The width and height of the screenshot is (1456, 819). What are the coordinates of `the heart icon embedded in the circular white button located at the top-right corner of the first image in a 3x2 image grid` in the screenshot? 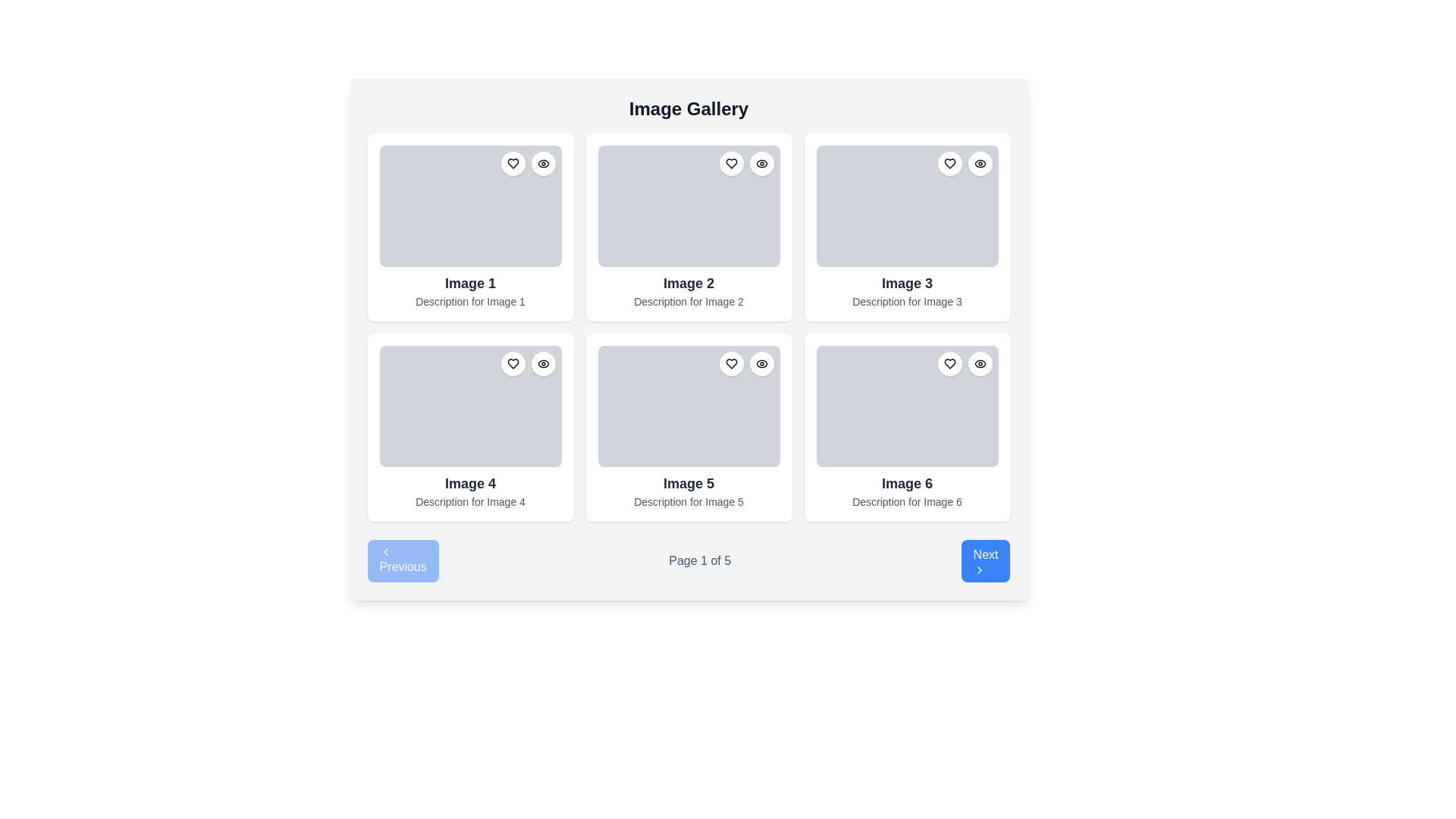 It's located at (513, 164).